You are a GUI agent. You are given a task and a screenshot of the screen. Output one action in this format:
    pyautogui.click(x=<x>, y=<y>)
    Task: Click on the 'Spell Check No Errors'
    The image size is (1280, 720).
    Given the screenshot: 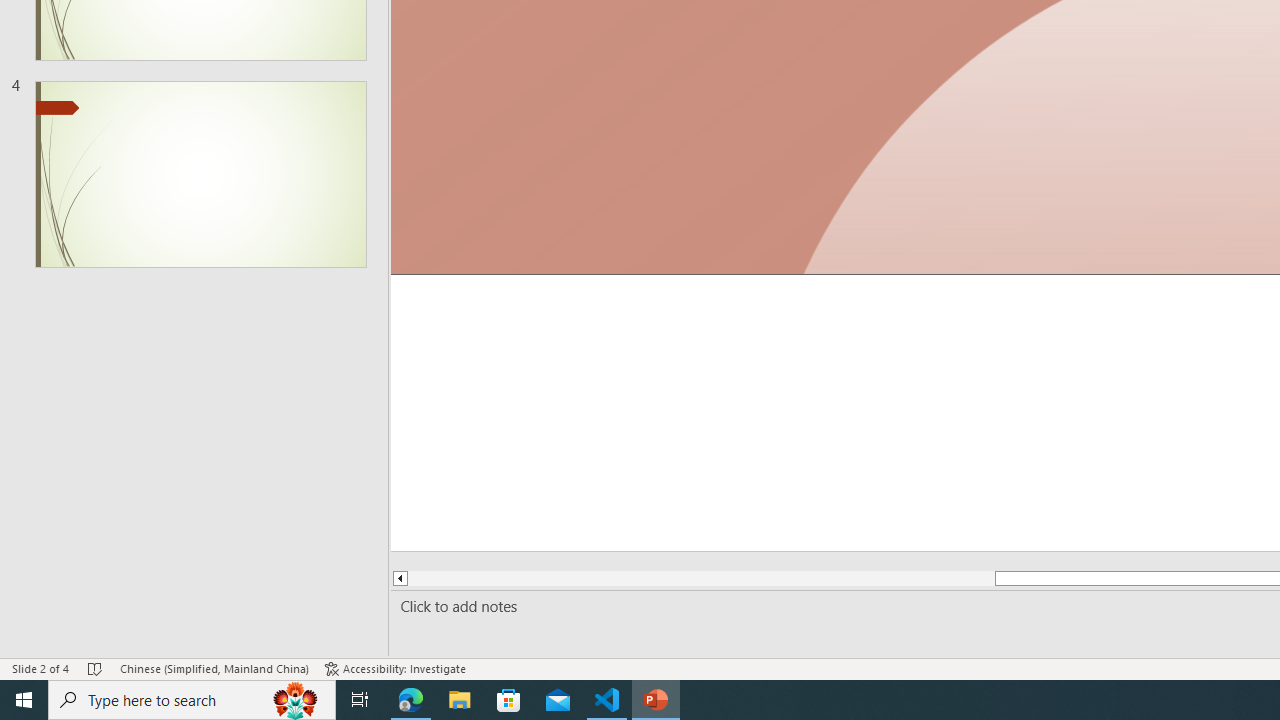 What is the action you would take?
    pyautogui.click(x=95, y=669)
    